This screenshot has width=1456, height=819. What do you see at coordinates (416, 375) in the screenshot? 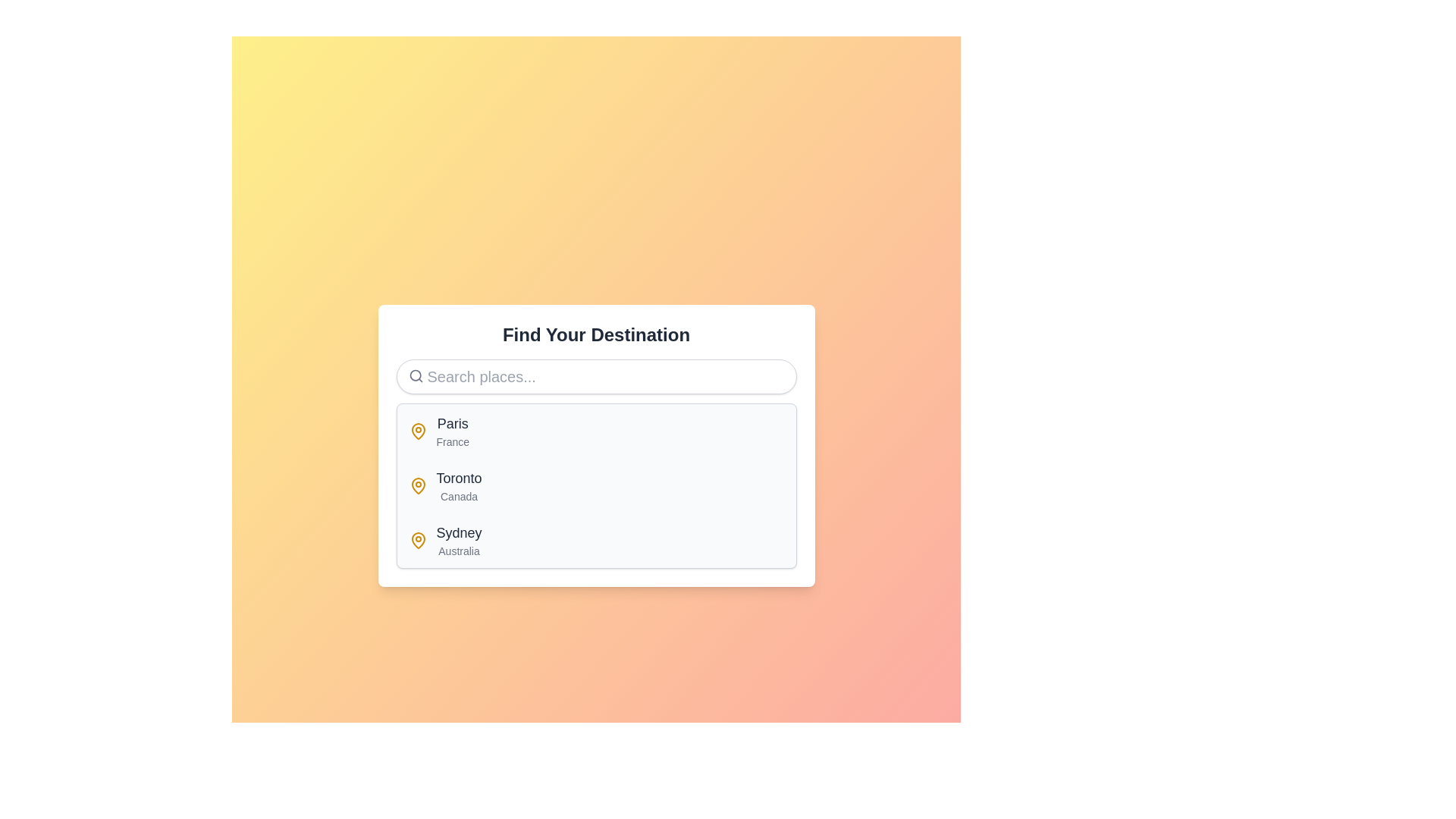
I see `the small grey magnifying glass icon that represents the search feature, located to the left within the search bar underneath 'Find Your Destination'` at bounding box center [416, 375].